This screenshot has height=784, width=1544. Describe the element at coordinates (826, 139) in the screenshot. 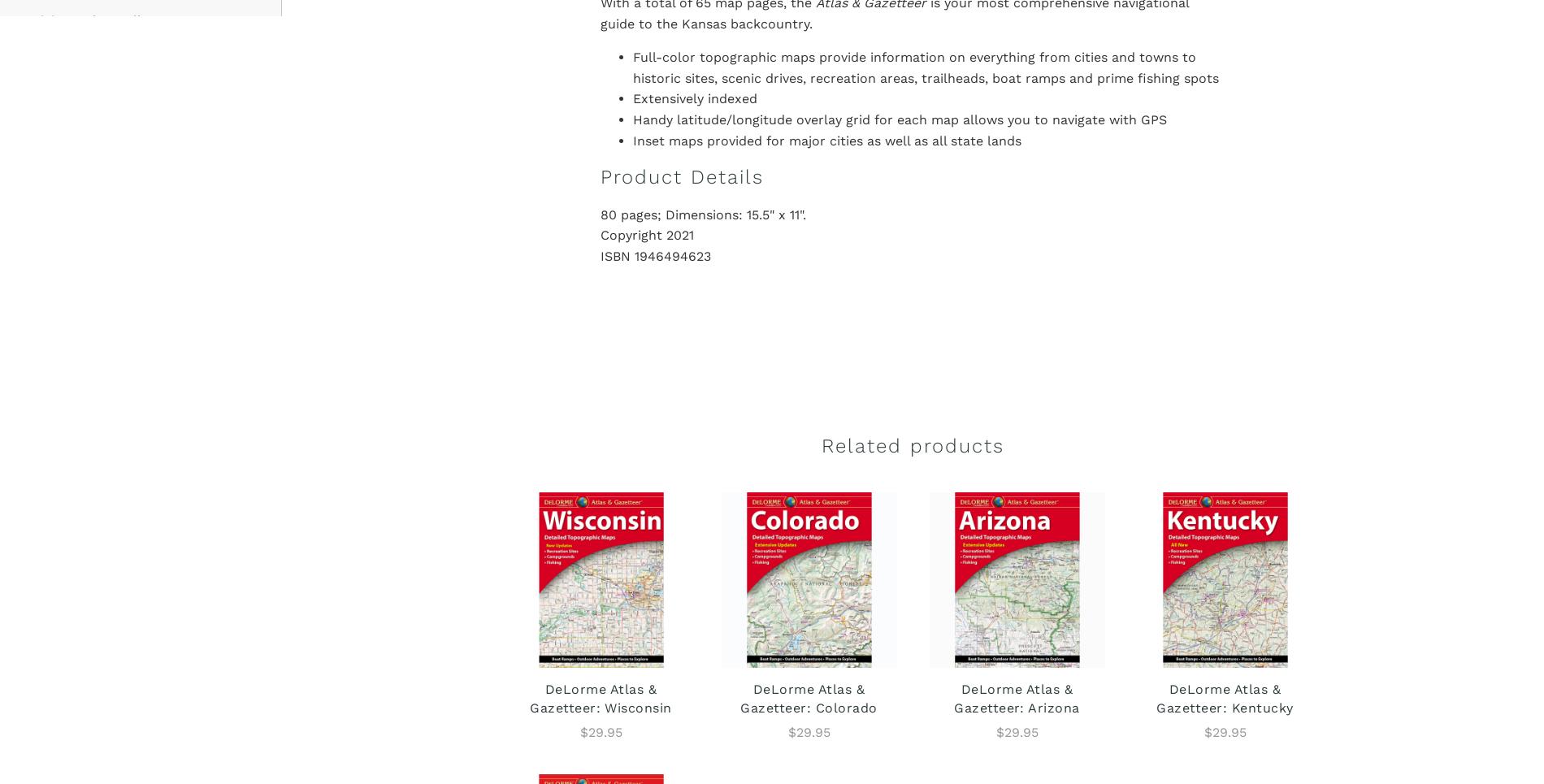

I see `'Inset maps provided for major cities as well as all state lands'` at that location.